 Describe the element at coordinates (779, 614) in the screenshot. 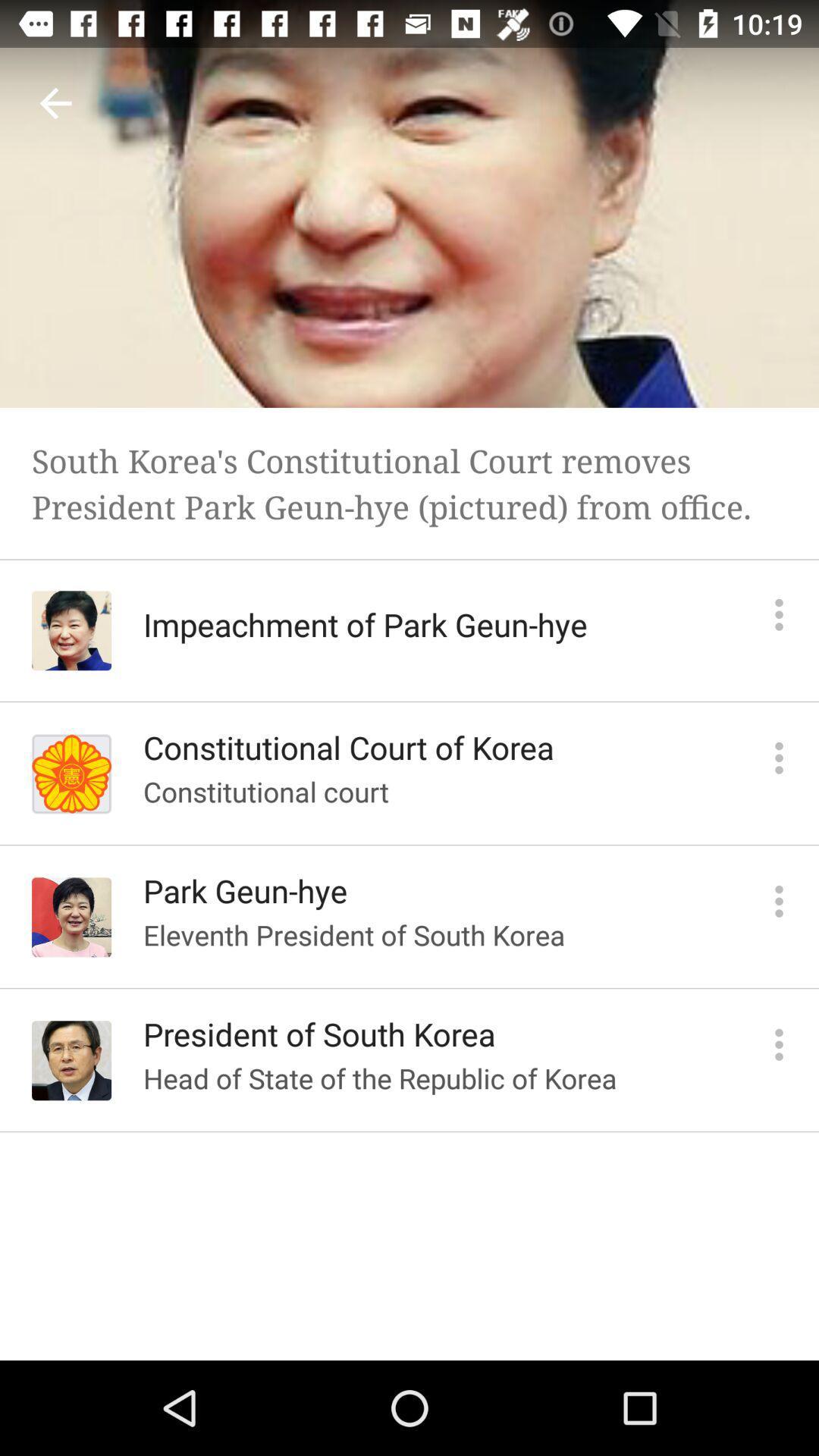

I see `more option` at that location.